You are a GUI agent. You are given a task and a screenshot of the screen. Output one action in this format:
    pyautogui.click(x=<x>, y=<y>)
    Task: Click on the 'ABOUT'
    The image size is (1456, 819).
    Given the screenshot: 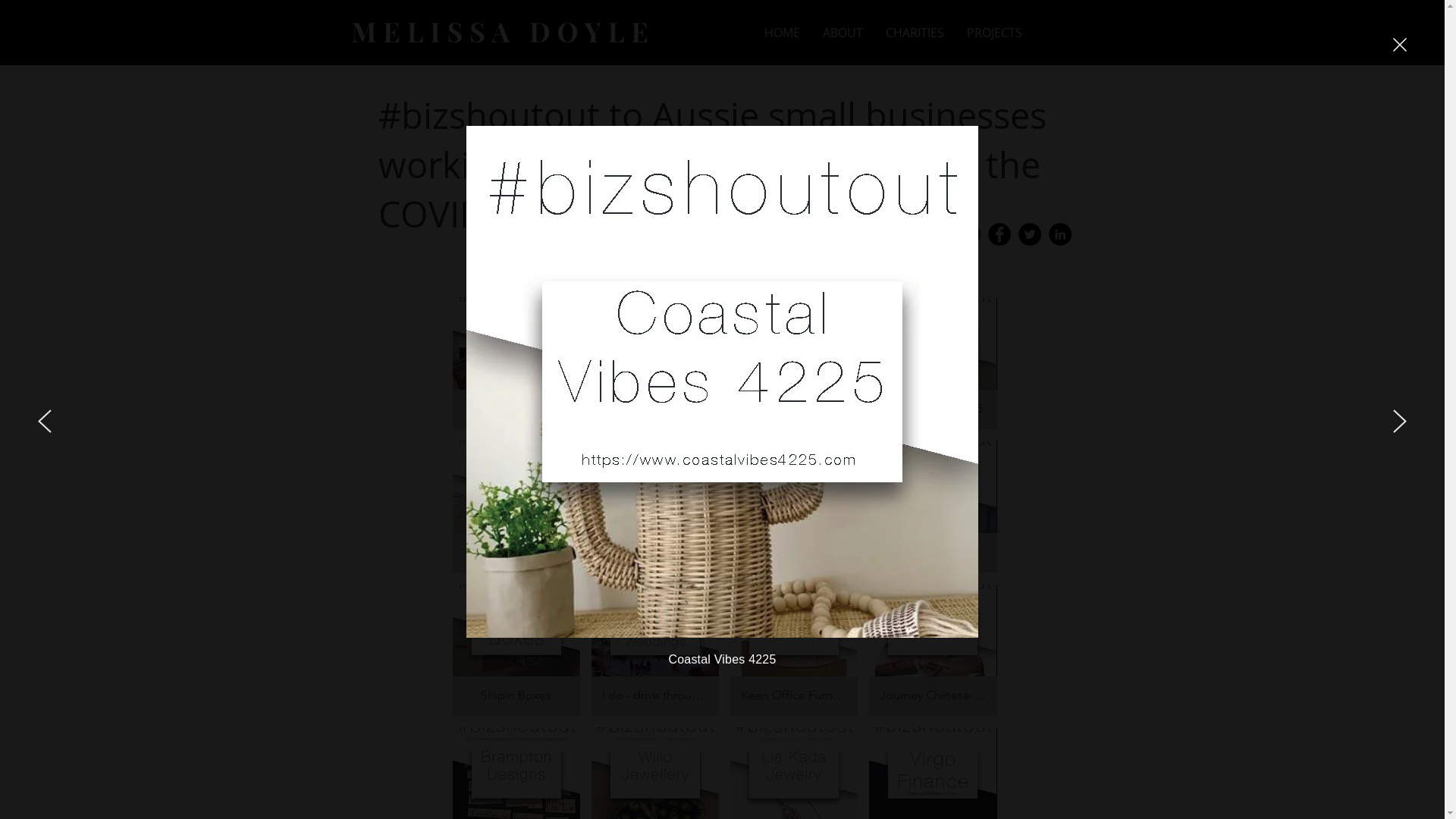 What is the action you would take?
    pyautogui.click(x=842, y=33)
    